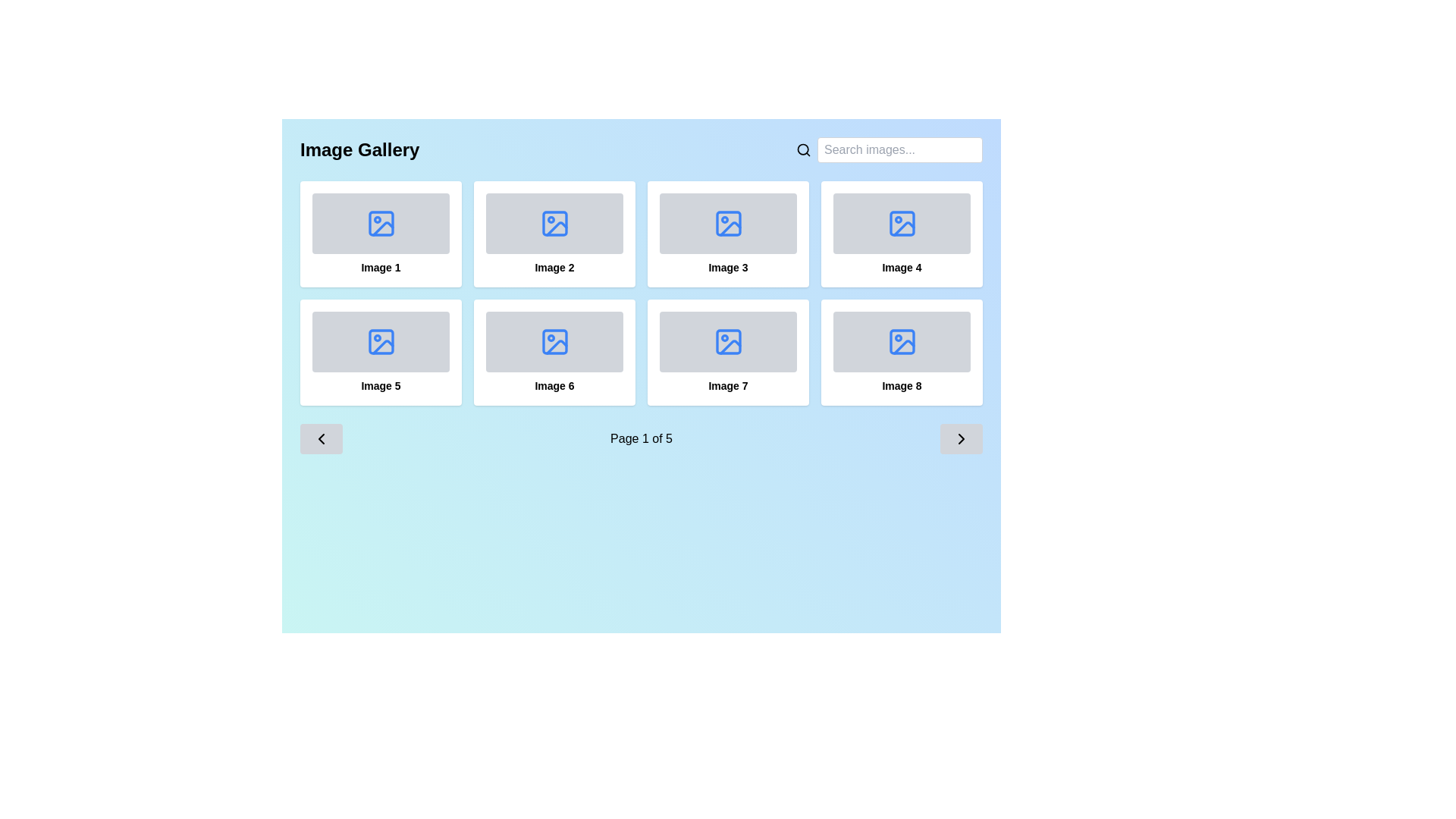 This screenshot has height=819, width=1456. Describe the element at coordinates (902, 223) in the screenshot. I see `the main icon representing Image 4 located in the top-right quadrant of the grid layout` at that location.